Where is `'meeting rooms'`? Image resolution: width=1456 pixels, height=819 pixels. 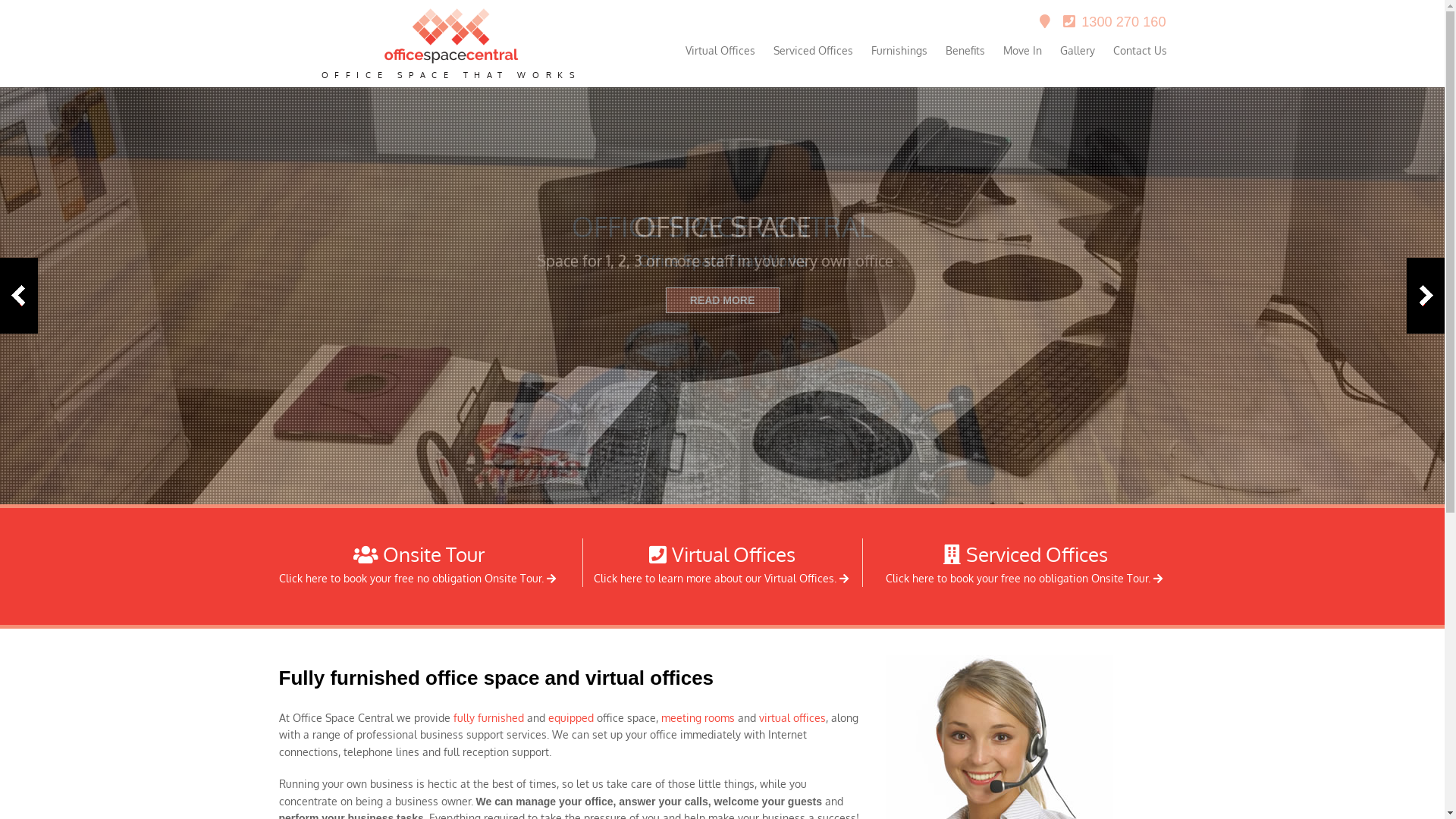
'meeting rooms' is located at coordinates (661, 717).